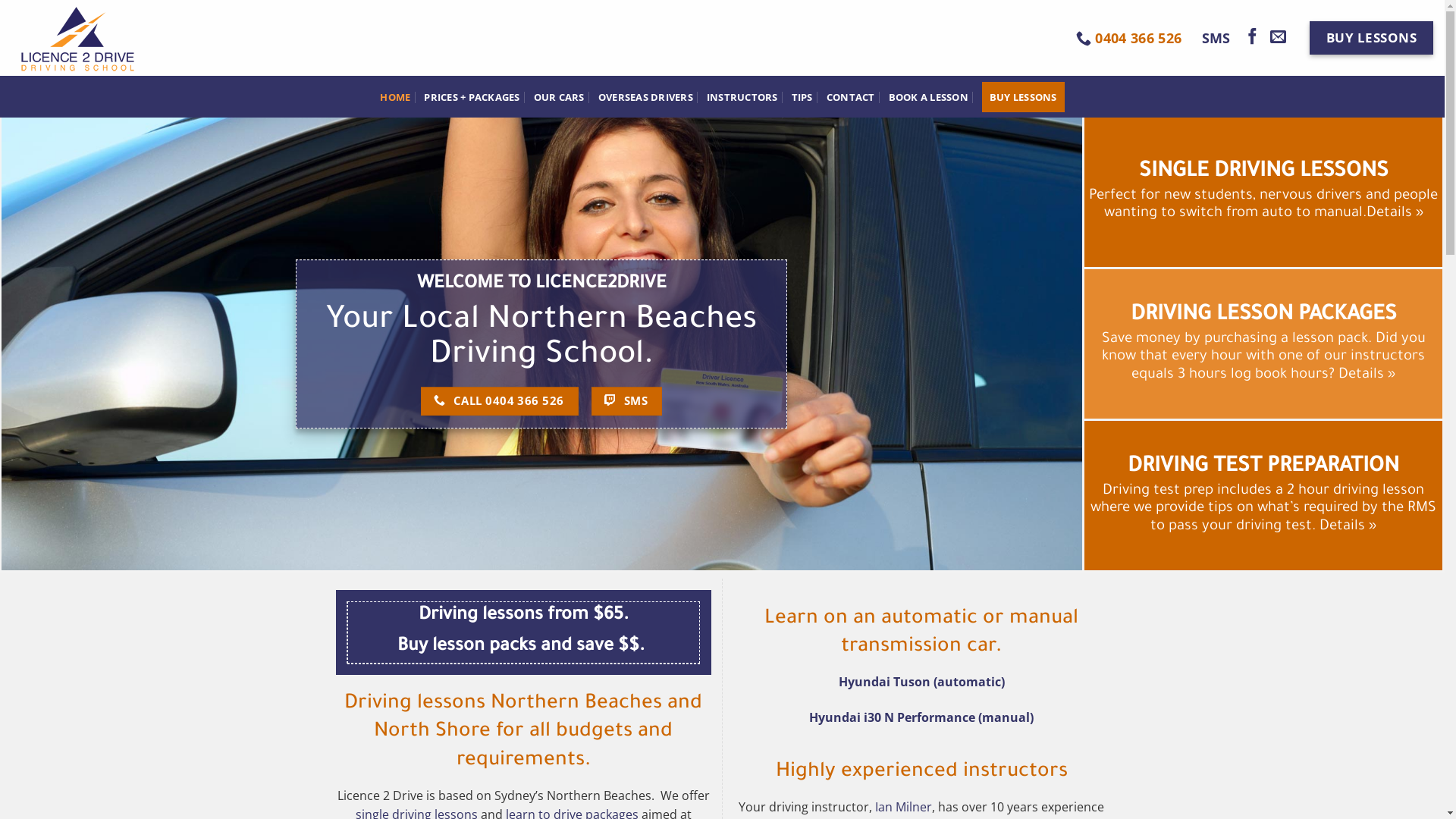 The width and height of the screenshot is (1456, 819). I want to click on 'Ian Milner', so click(903, 806).